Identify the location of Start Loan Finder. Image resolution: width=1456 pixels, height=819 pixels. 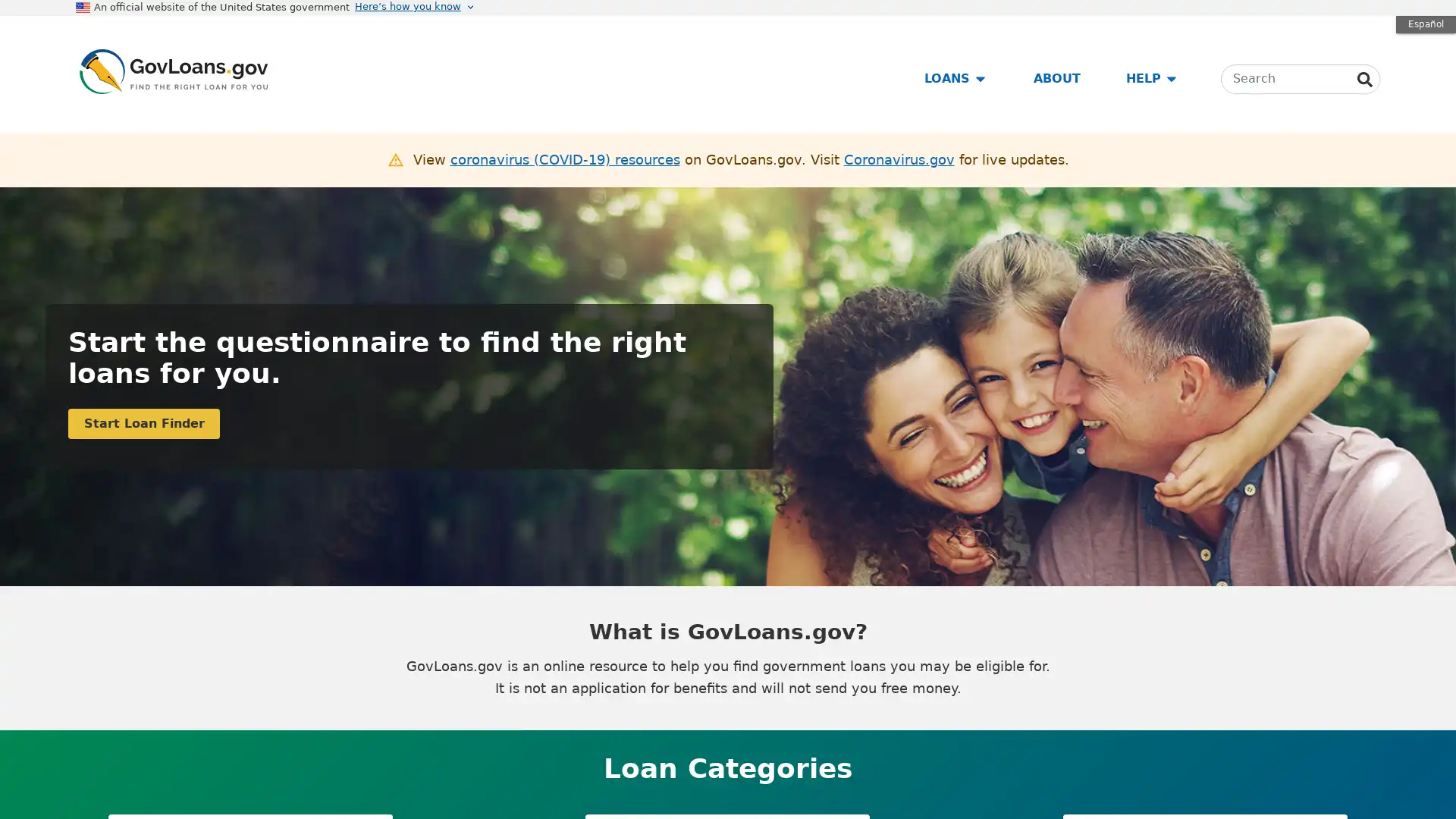
(144, 423).